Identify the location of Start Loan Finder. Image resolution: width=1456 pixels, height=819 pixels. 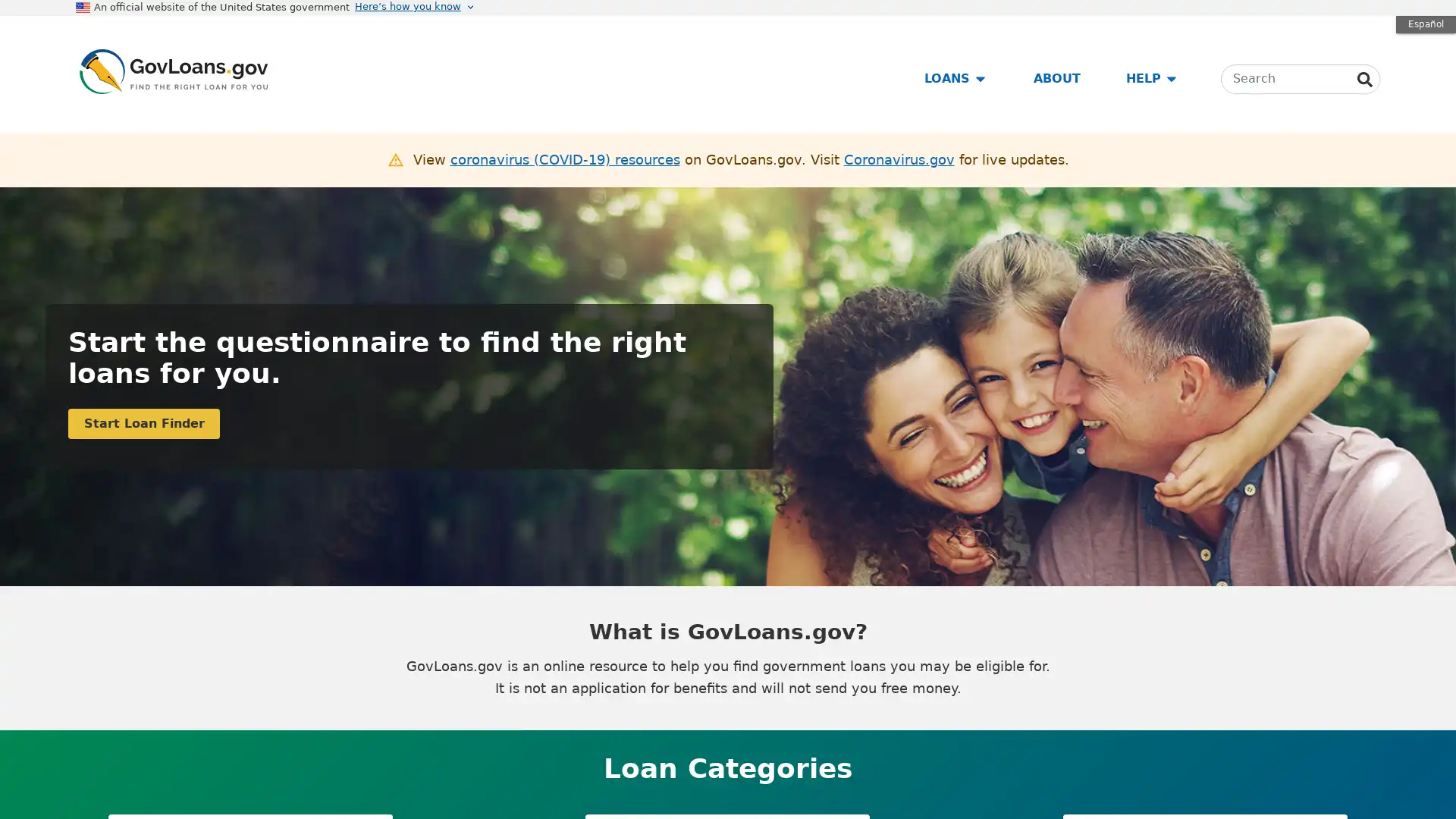
(144, 423).